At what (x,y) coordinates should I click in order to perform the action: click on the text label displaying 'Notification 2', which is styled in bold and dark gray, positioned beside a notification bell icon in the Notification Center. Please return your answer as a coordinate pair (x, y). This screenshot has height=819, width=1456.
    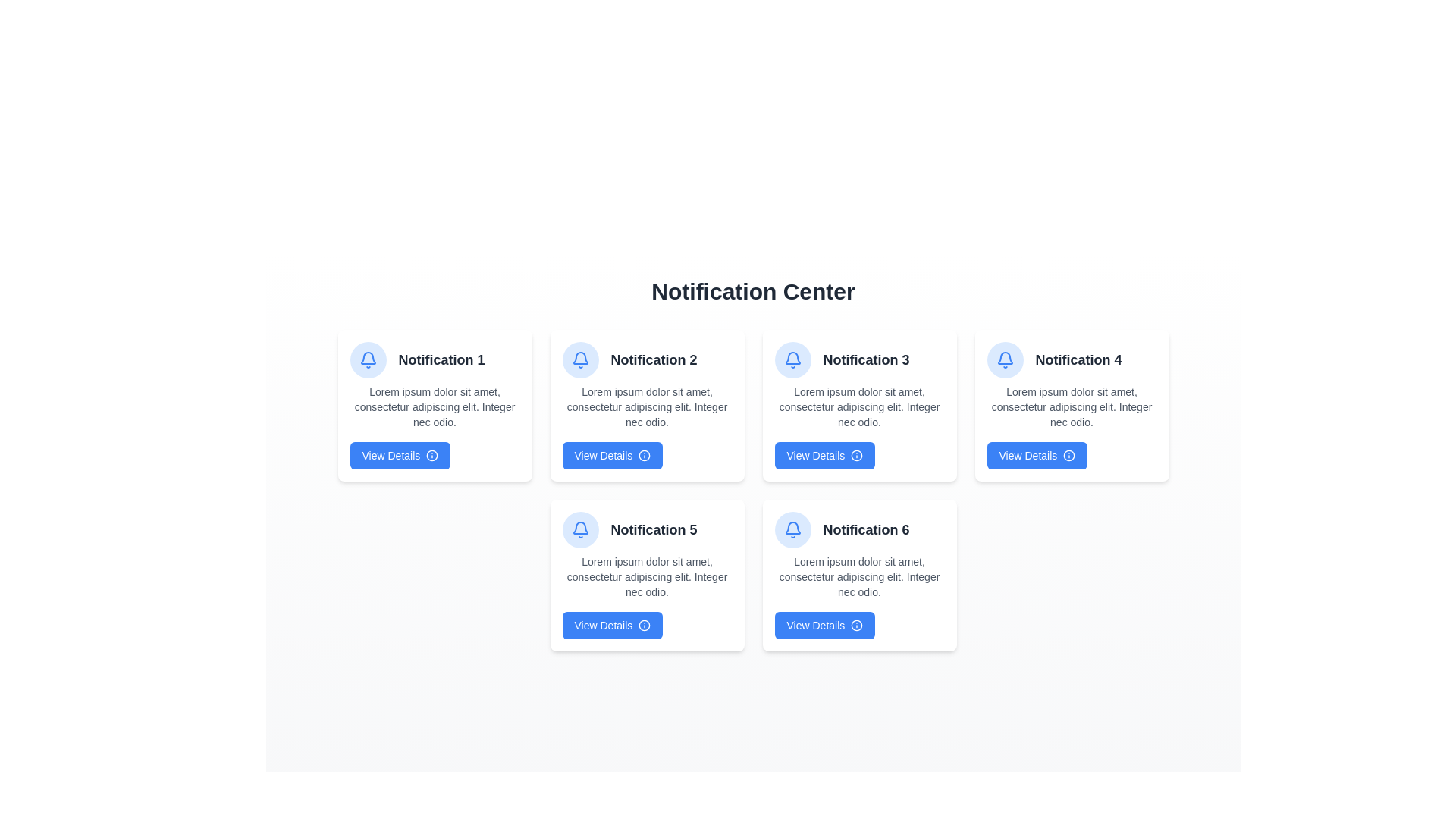
    Looking at the image, I should click on (654, 359).